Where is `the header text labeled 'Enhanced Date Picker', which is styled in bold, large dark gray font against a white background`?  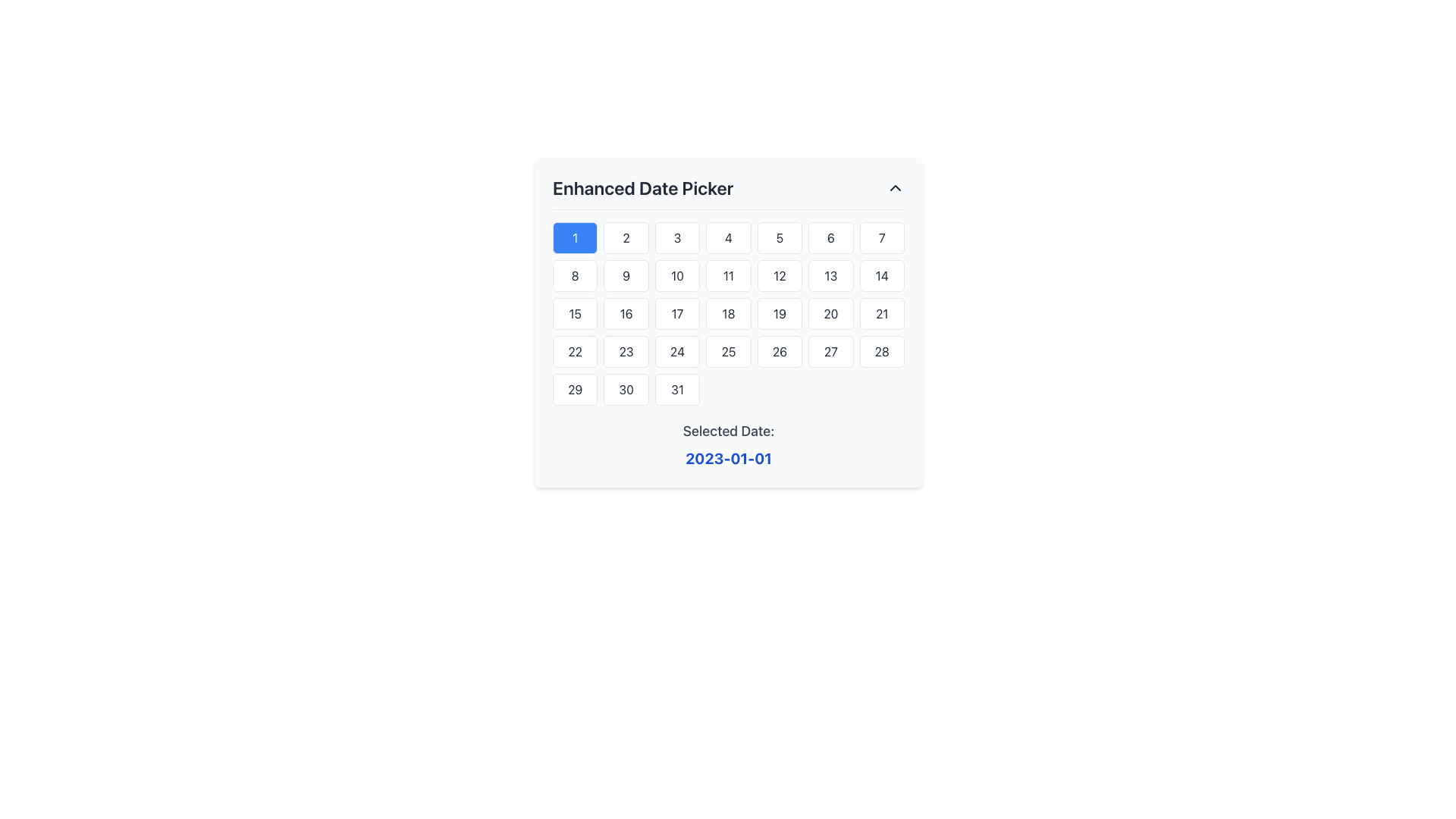 the header text labeled 'Enhanced Date Picker', which is styled in bold, large dark gray font against a white background is located at coordinates (643, 187).